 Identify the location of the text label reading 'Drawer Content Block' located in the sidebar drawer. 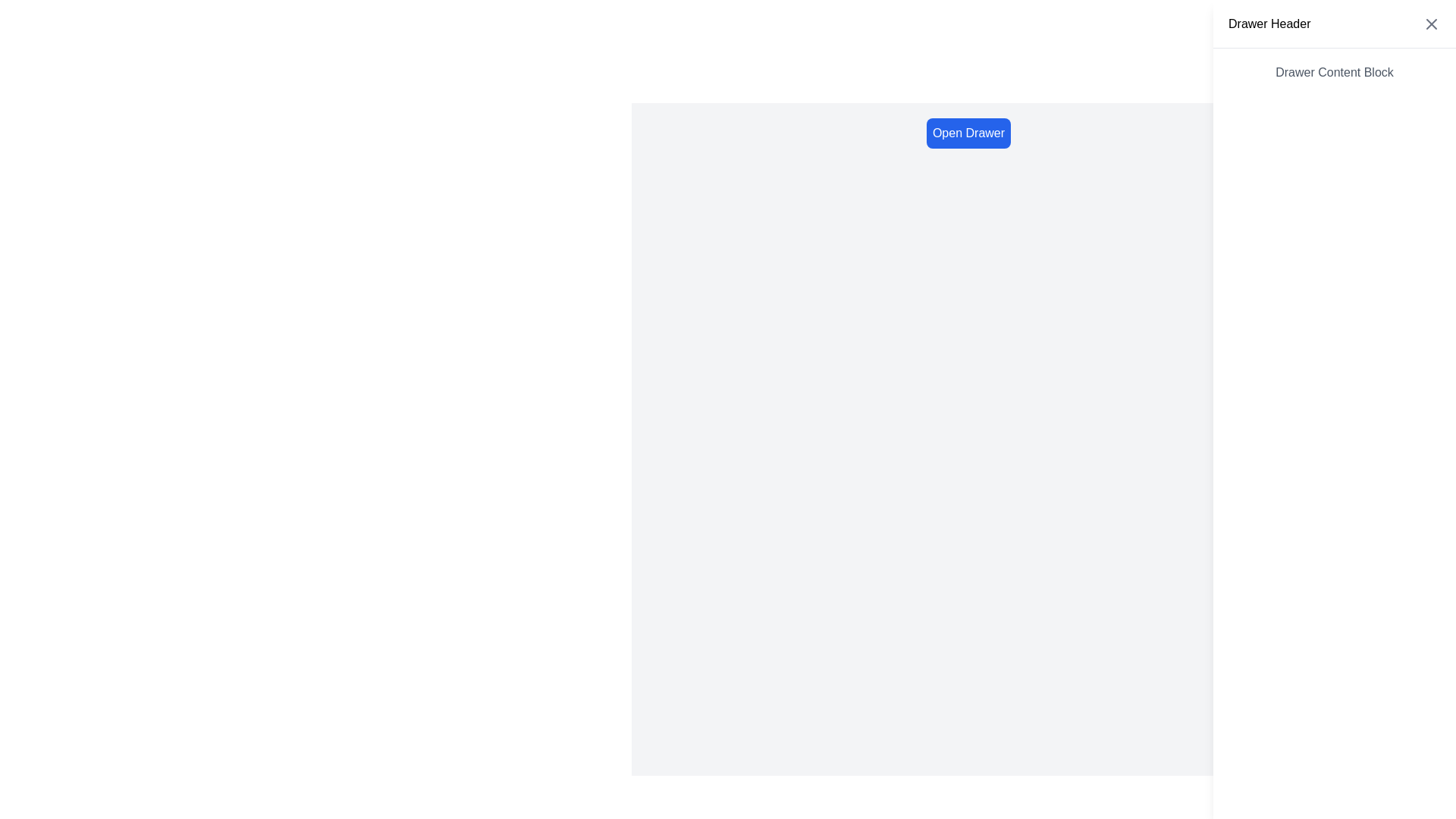
(1335, 73).